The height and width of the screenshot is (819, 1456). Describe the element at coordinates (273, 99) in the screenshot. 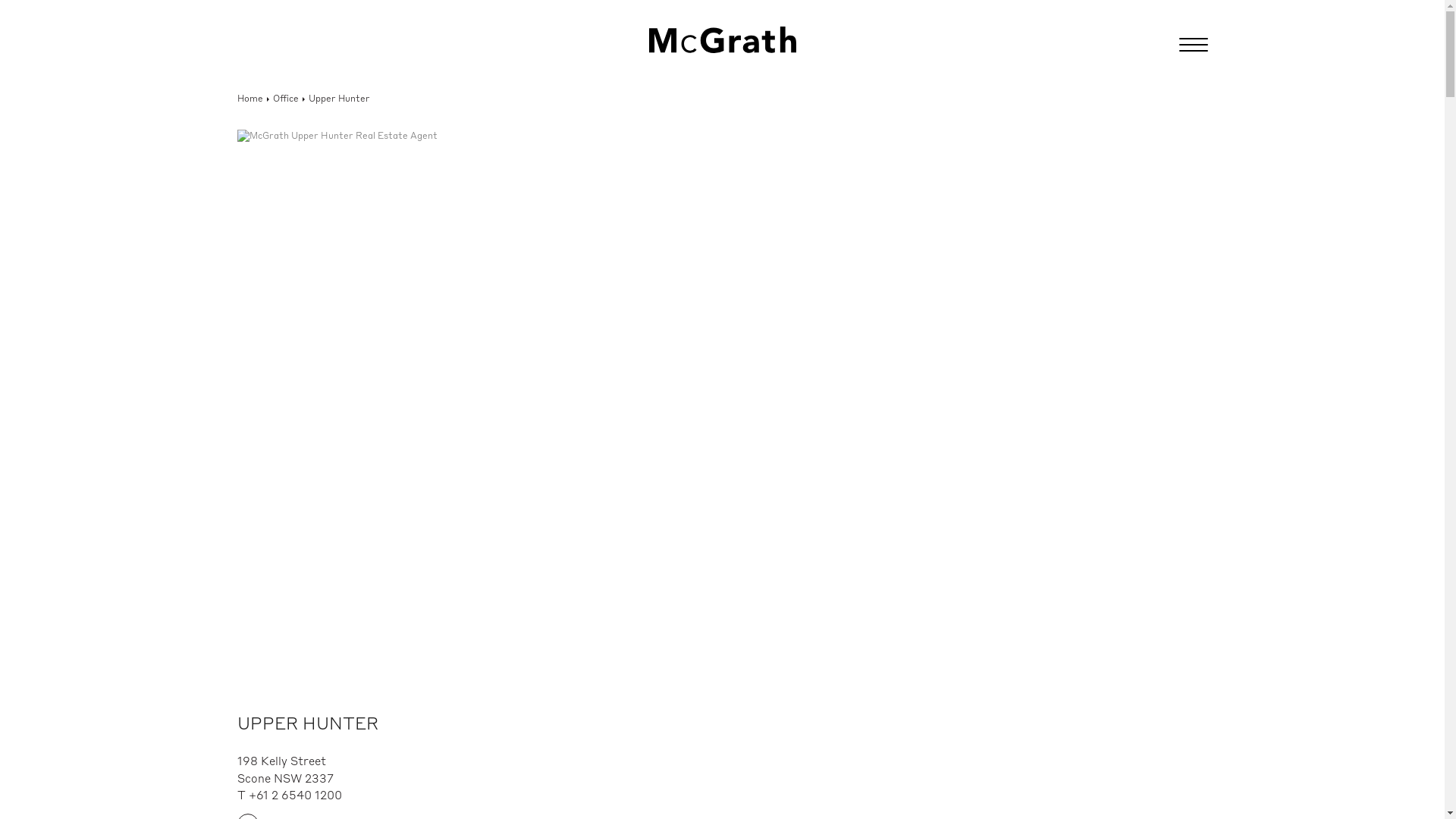

I see `'Office'` at that location.